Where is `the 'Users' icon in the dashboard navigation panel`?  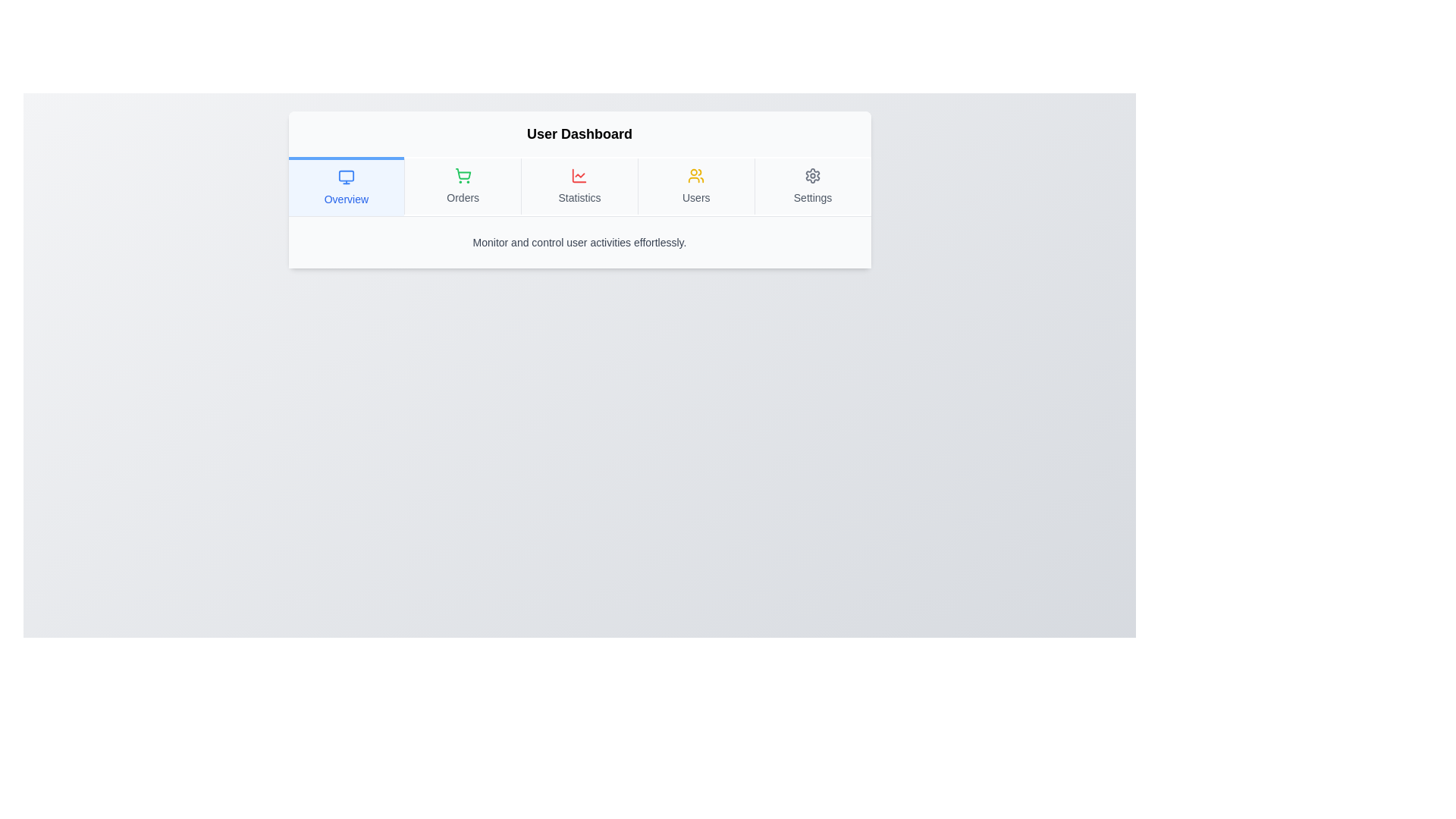 the 'Users' icon in the dashboard navigation panel is located at coordinates (695, 174).